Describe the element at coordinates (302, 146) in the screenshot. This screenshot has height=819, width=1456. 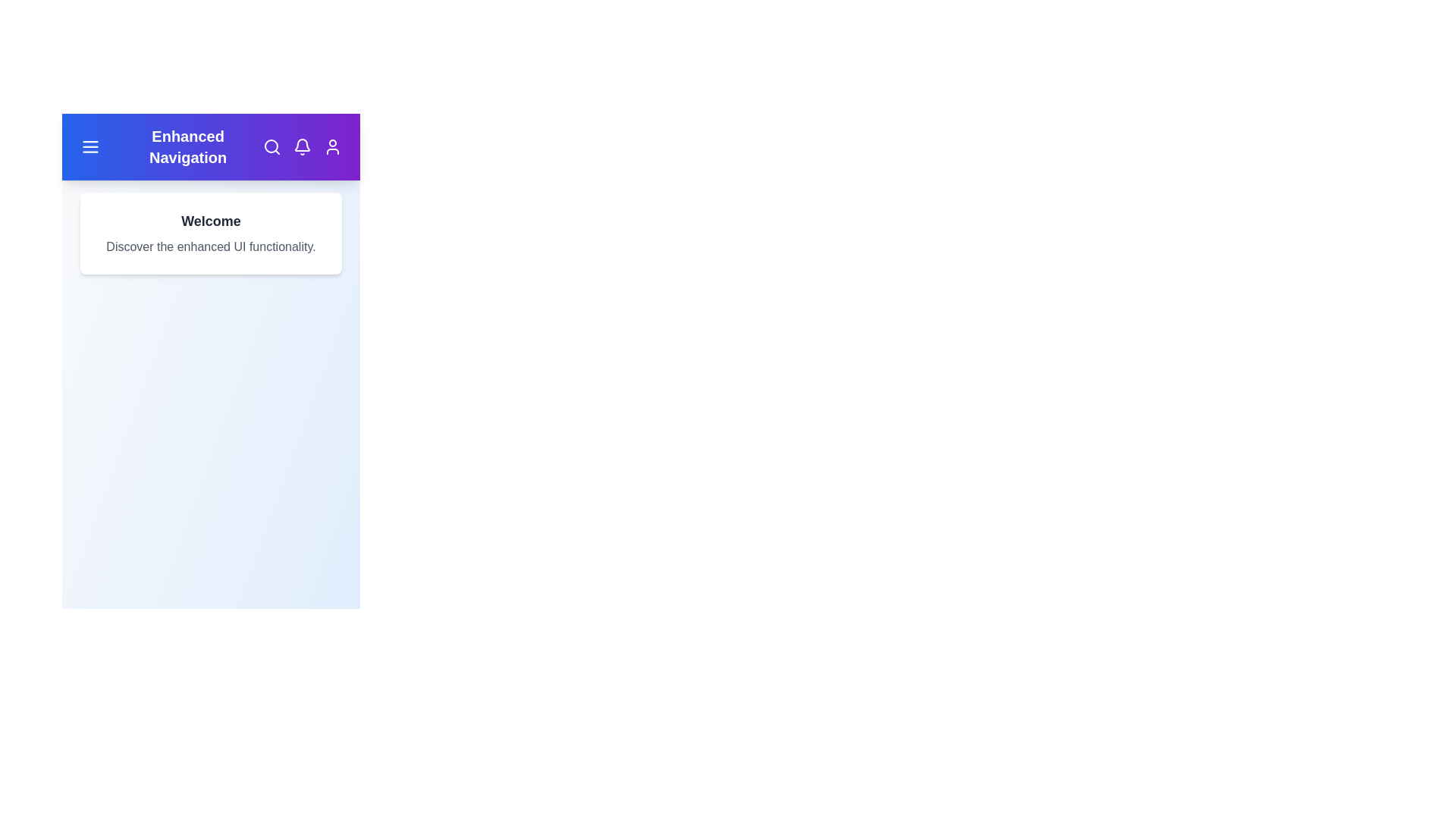
I see `the notification icon in the navigation bar` at that location.